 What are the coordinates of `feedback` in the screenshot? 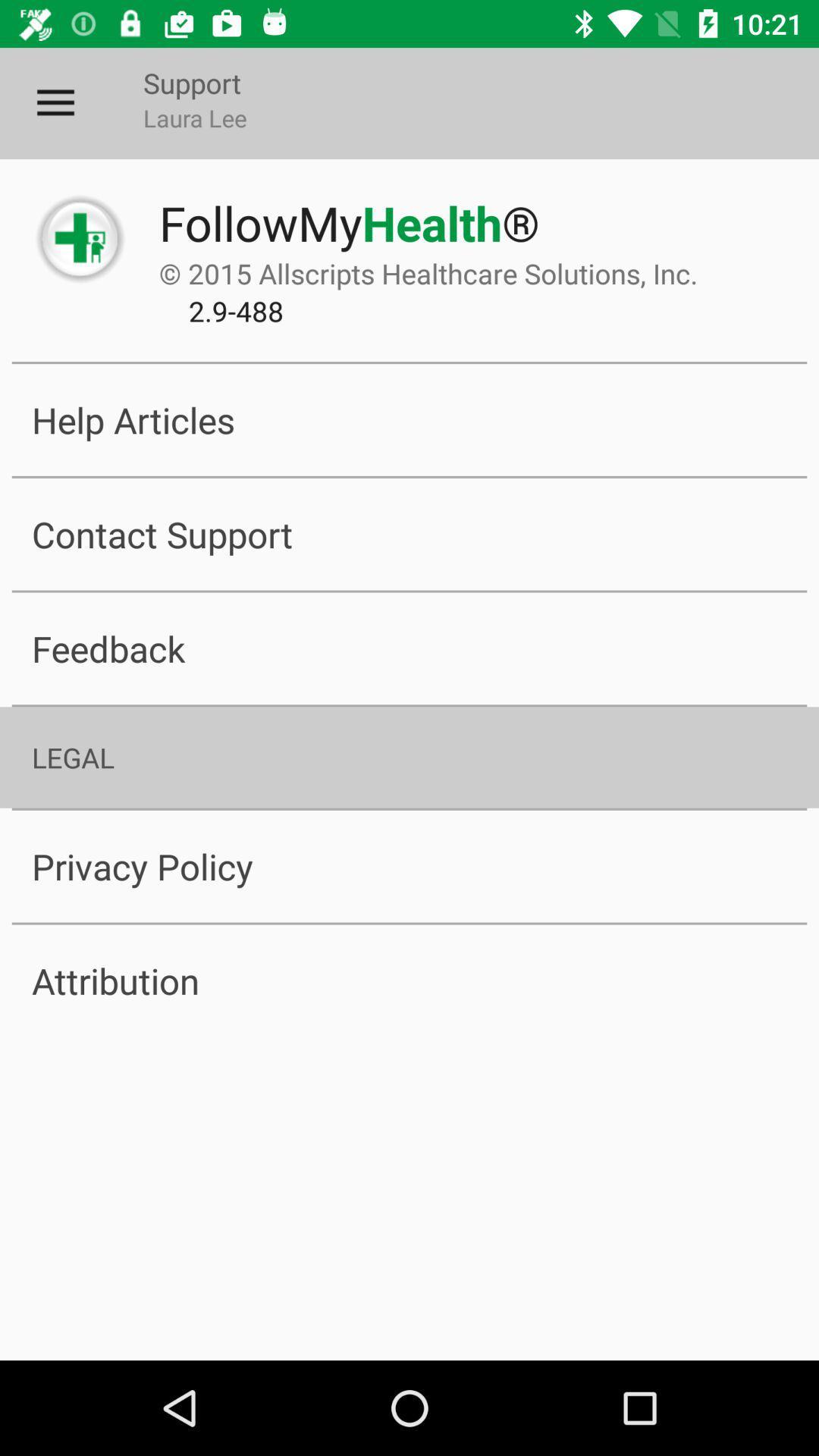 It's located at (409, 648).